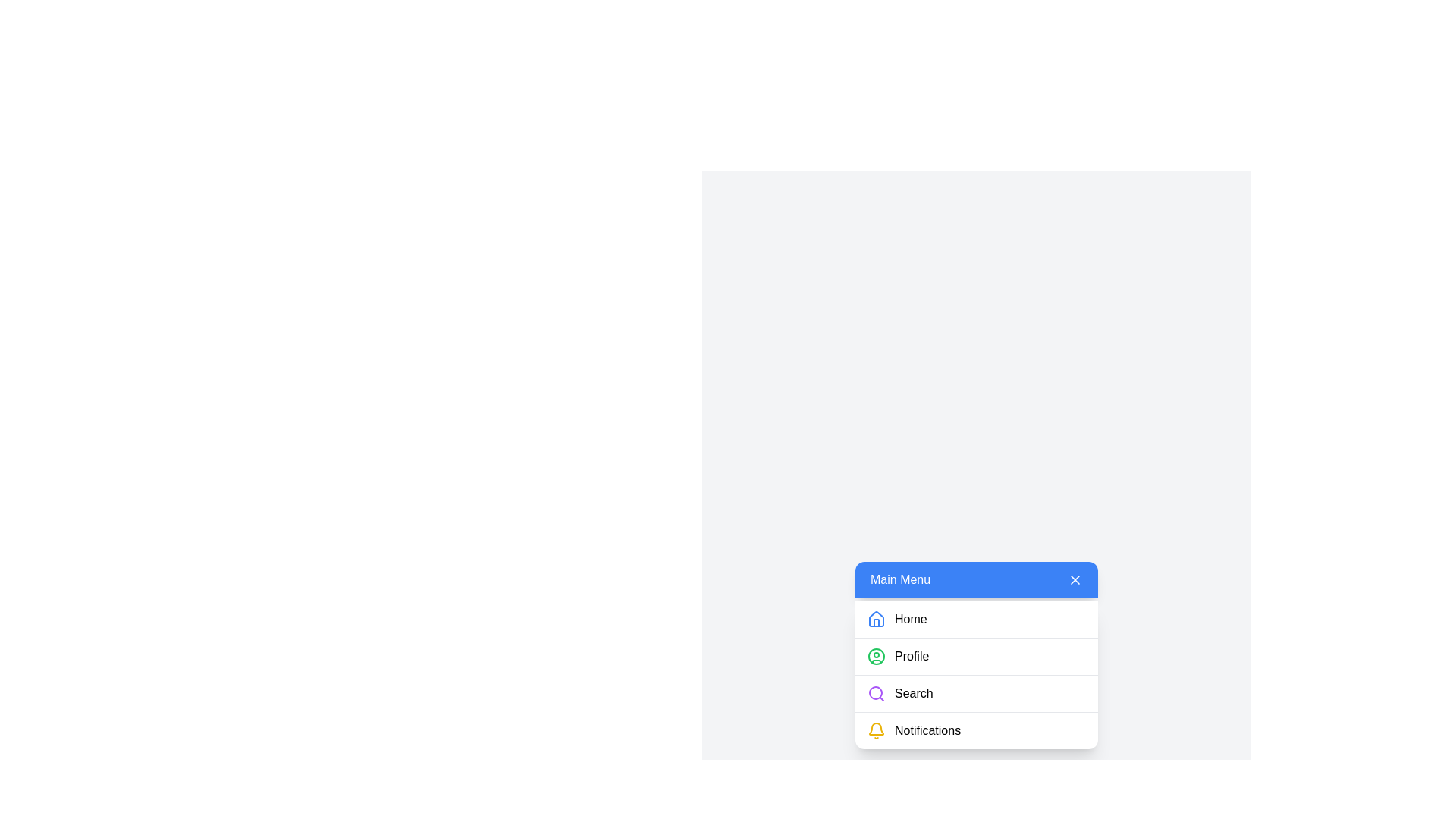  What do you see at coordinates (877, 619) in the screenshot?
I see `the blue house icon in the 'Home' menu item, which is the first item in the vertical navigation menu` at bounding box center [877, 619].